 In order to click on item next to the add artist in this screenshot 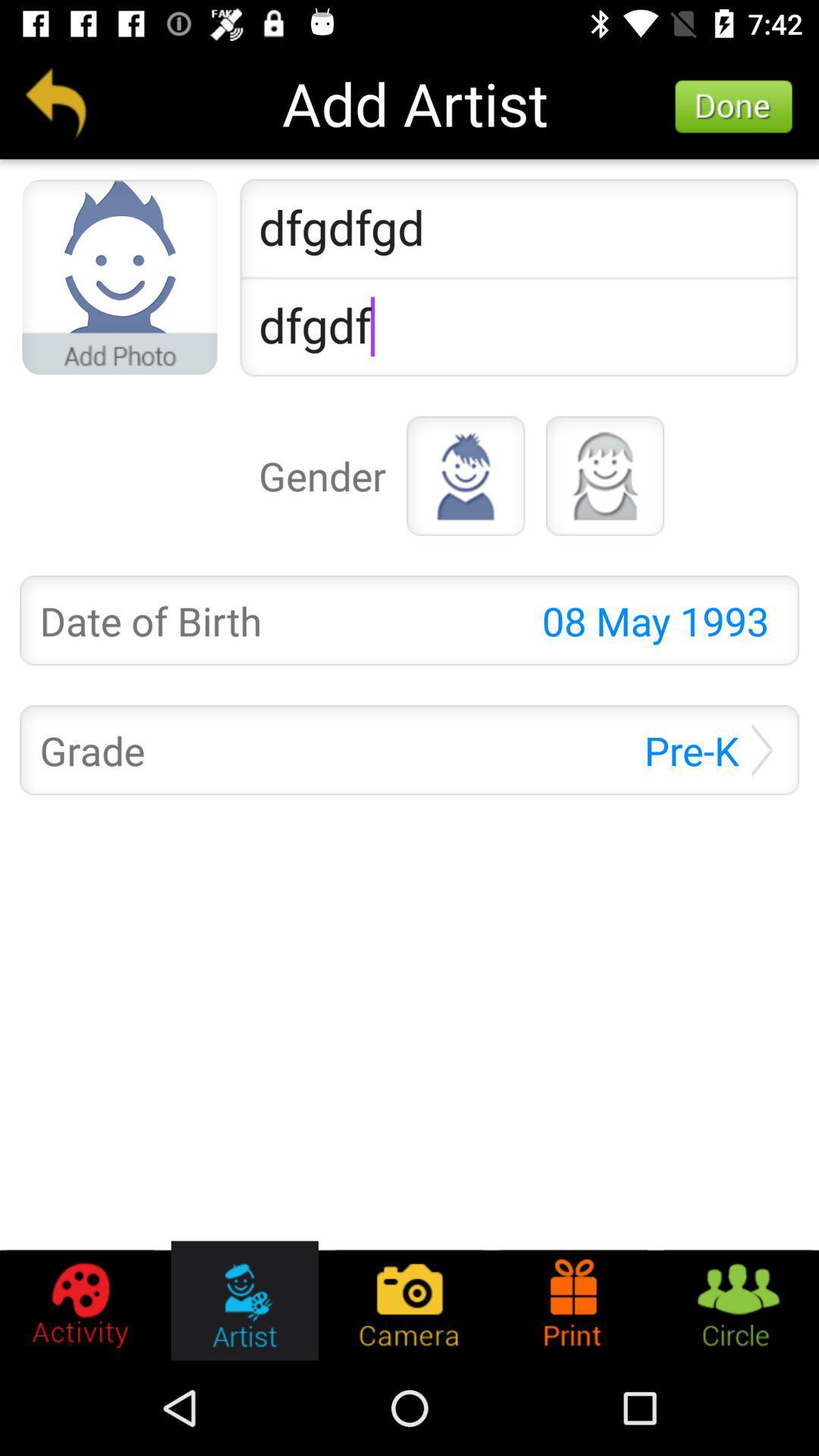, I will do `click(733, 106)`.